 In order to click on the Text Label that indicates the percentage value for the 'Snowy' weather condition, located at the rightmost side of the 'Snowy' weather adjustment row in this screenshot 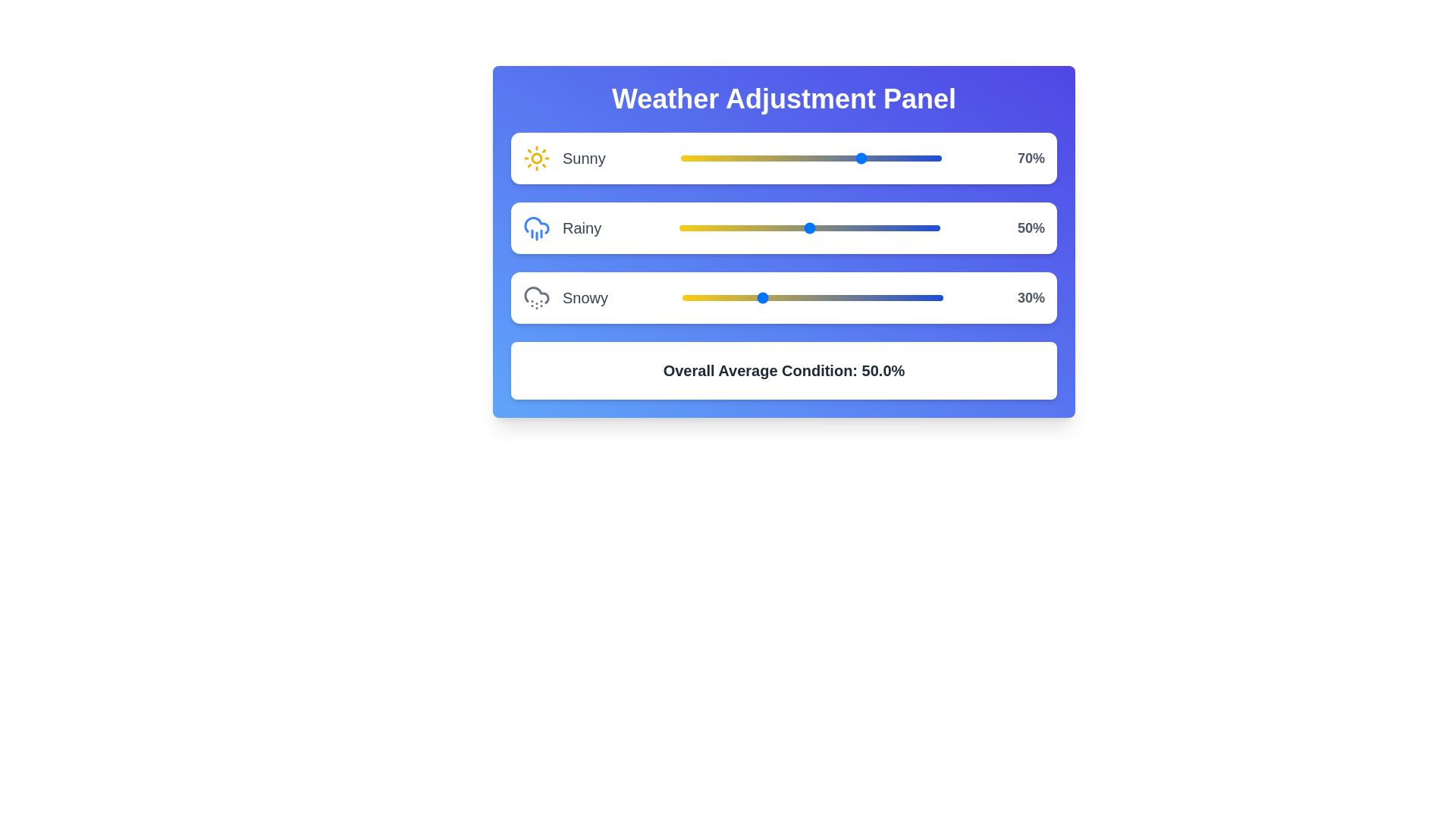, I will do `click(1031, 298)`.